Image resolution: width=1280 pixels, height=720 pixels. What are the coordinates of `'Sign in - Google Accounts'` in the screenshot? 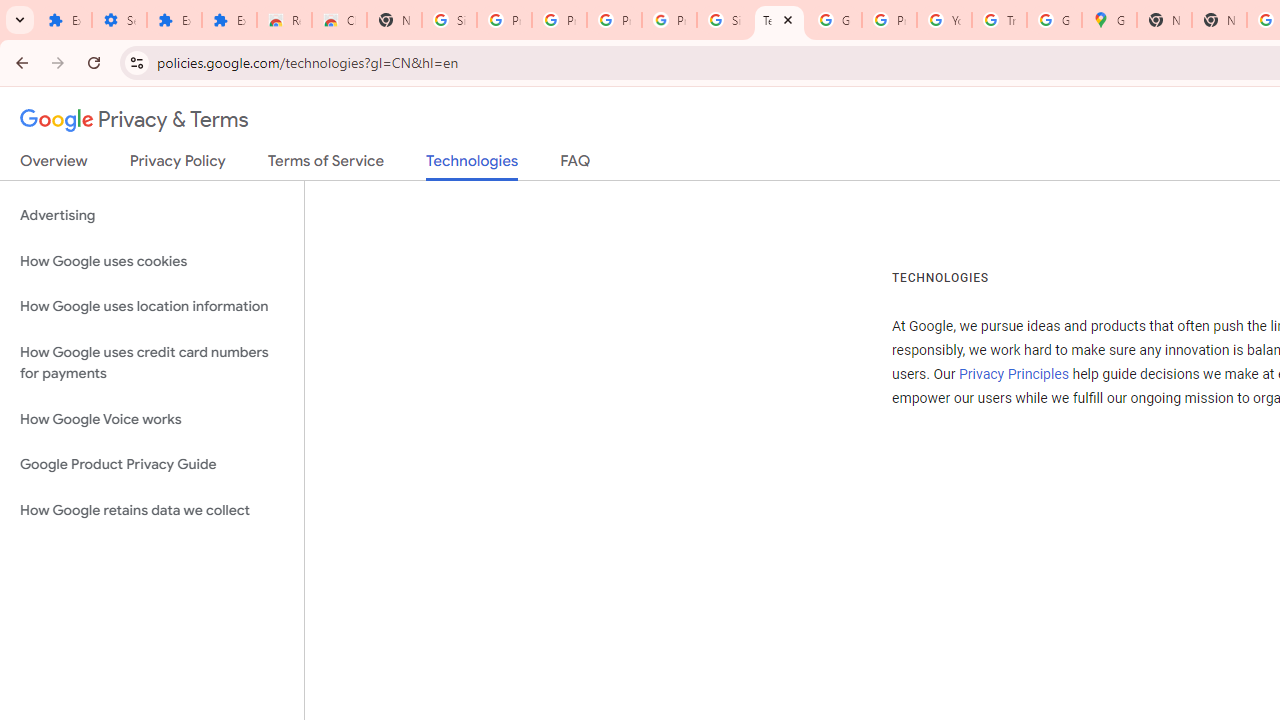 It's located at (724, 20).